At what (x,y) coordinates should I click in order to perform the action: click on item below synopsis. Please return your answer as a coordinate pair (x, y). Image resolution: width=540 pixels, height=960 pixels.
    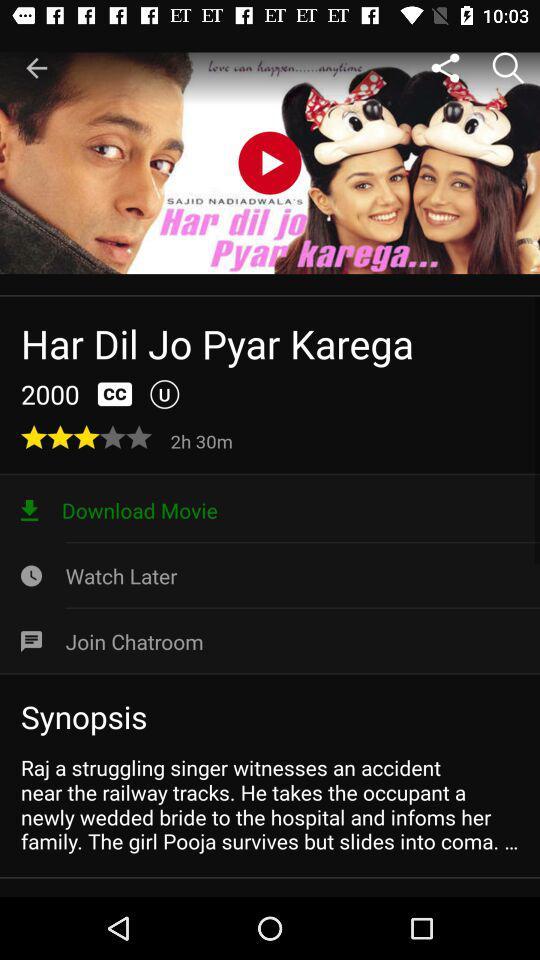
    Looking at the image, I should click on (270, 804).